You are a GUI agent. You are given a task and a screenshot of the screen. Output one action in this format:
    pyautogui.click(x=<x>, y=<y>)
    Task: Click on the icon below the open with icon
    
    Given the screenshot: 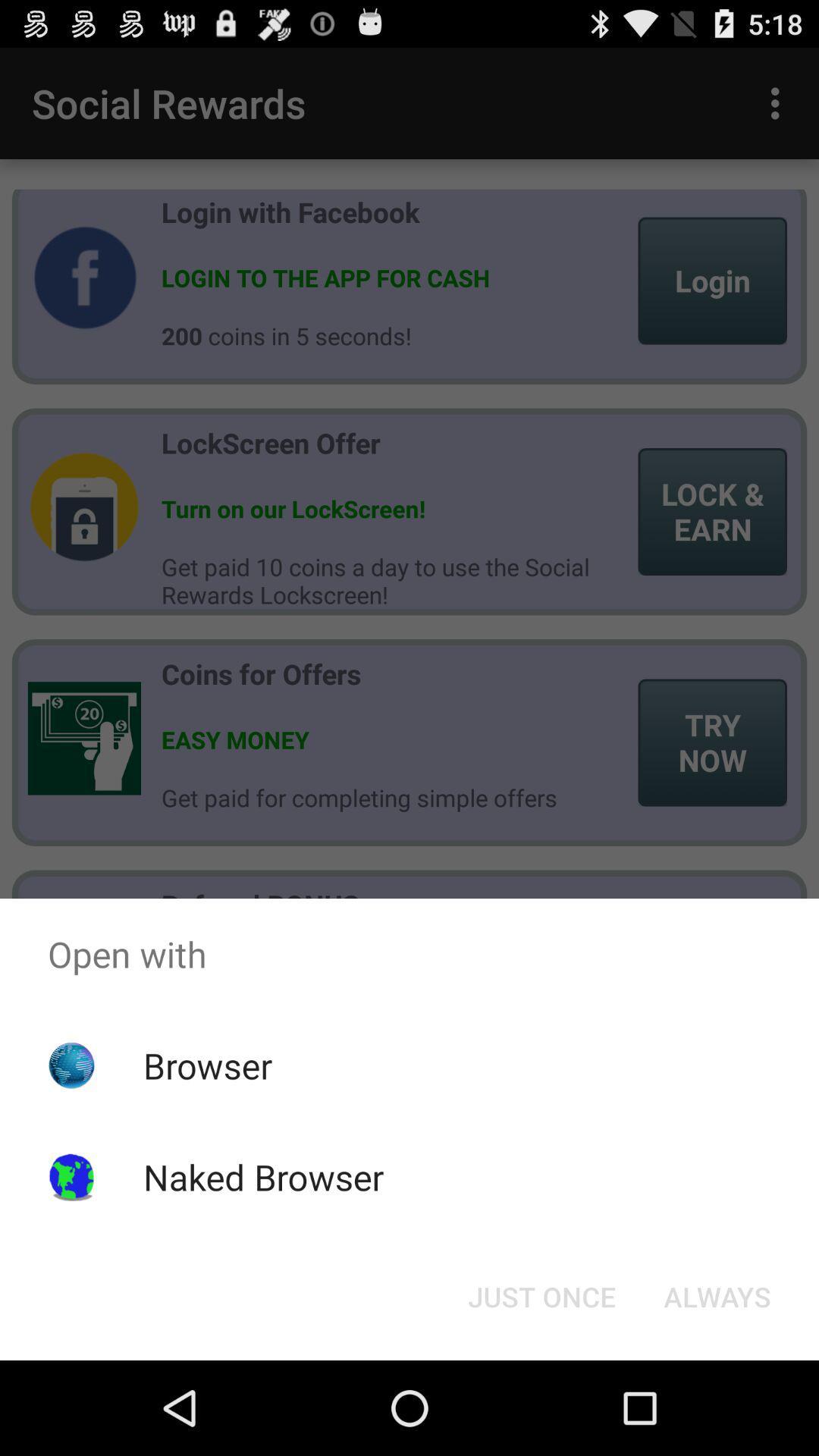 What is the action you would take?
    pyautogui.click(x=541, y=1295)
    